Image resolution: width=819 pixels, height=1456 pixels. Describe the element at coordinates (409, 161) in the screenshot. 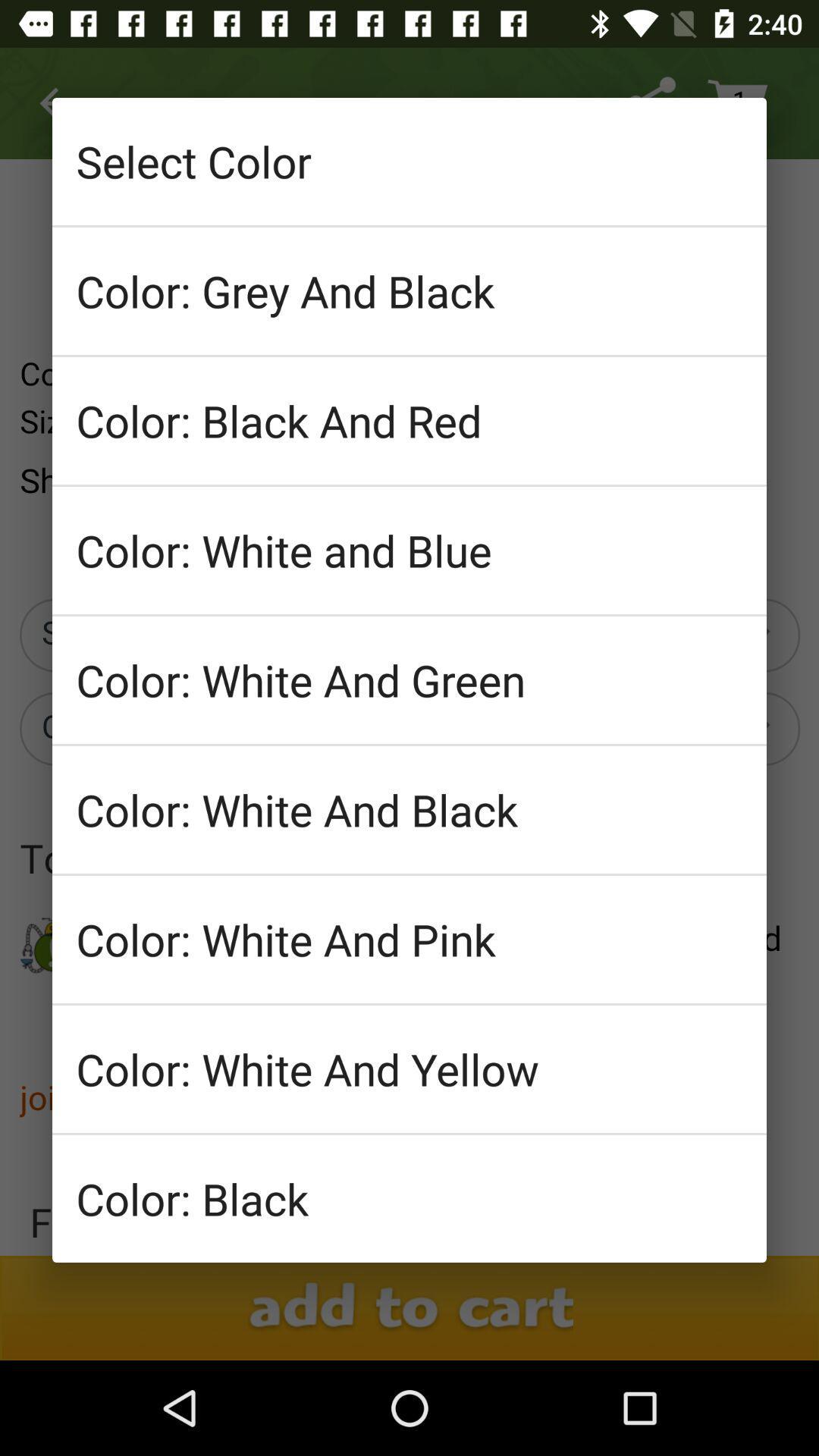

I see `the icon above color grey and` at that location.